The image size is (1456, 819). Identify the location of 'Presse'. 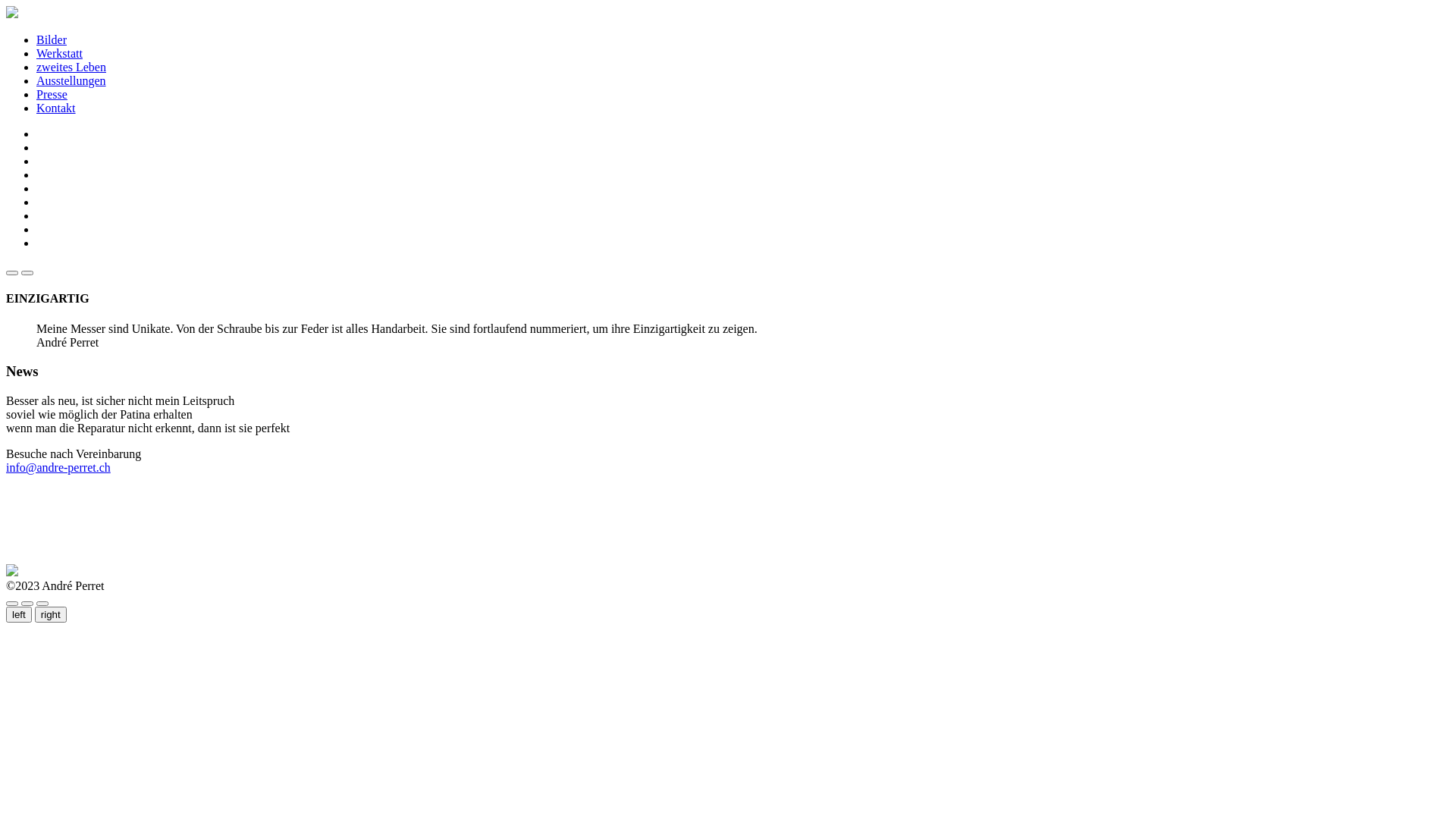
(52, 94).